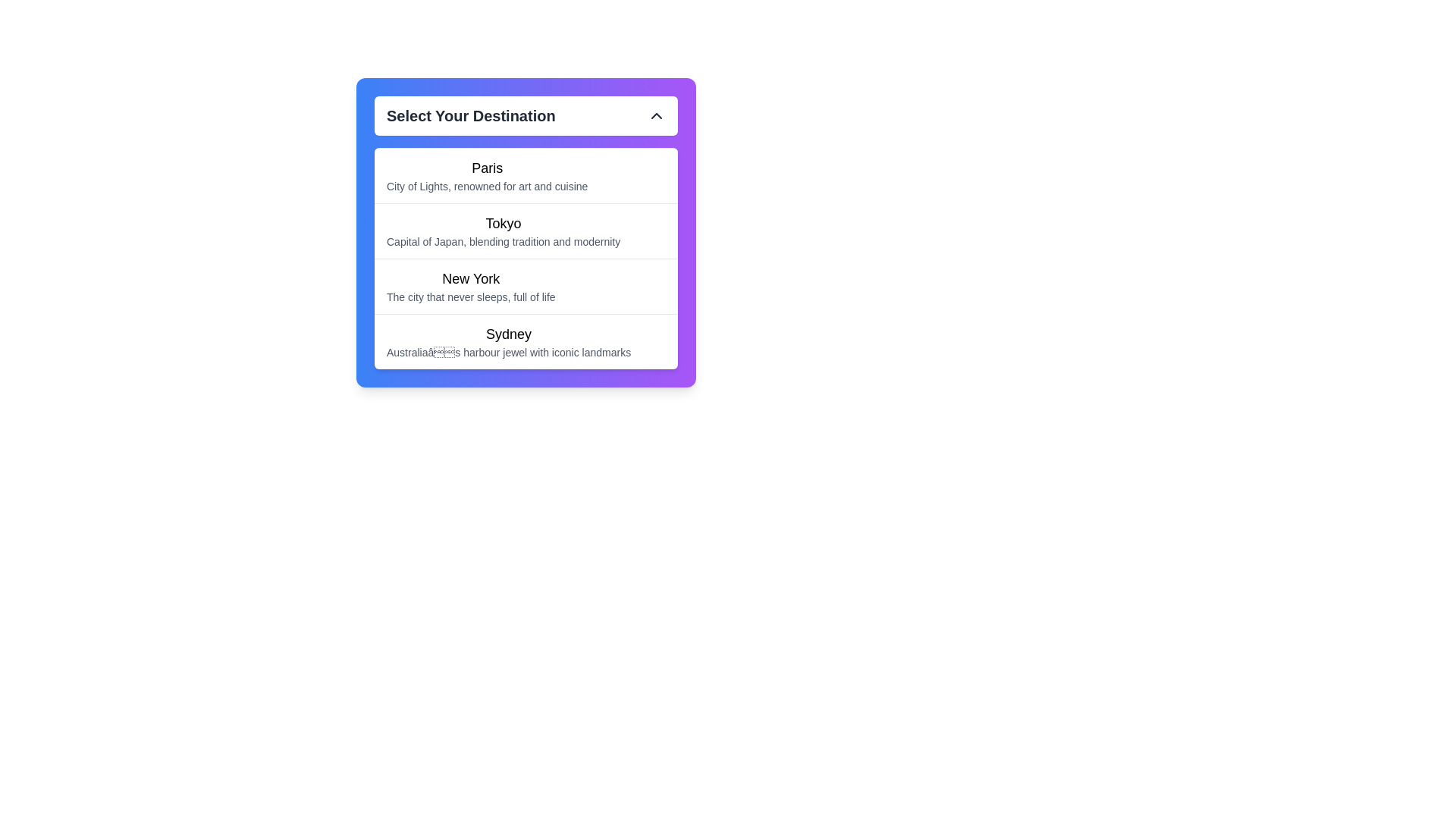  What do you see at coordinates (487, 186) in the screenshot?
I see `descriptive subtitle text label located immediately below 'Paris' in the drop-down list for the destination selection` at bounding box center [487, 186].